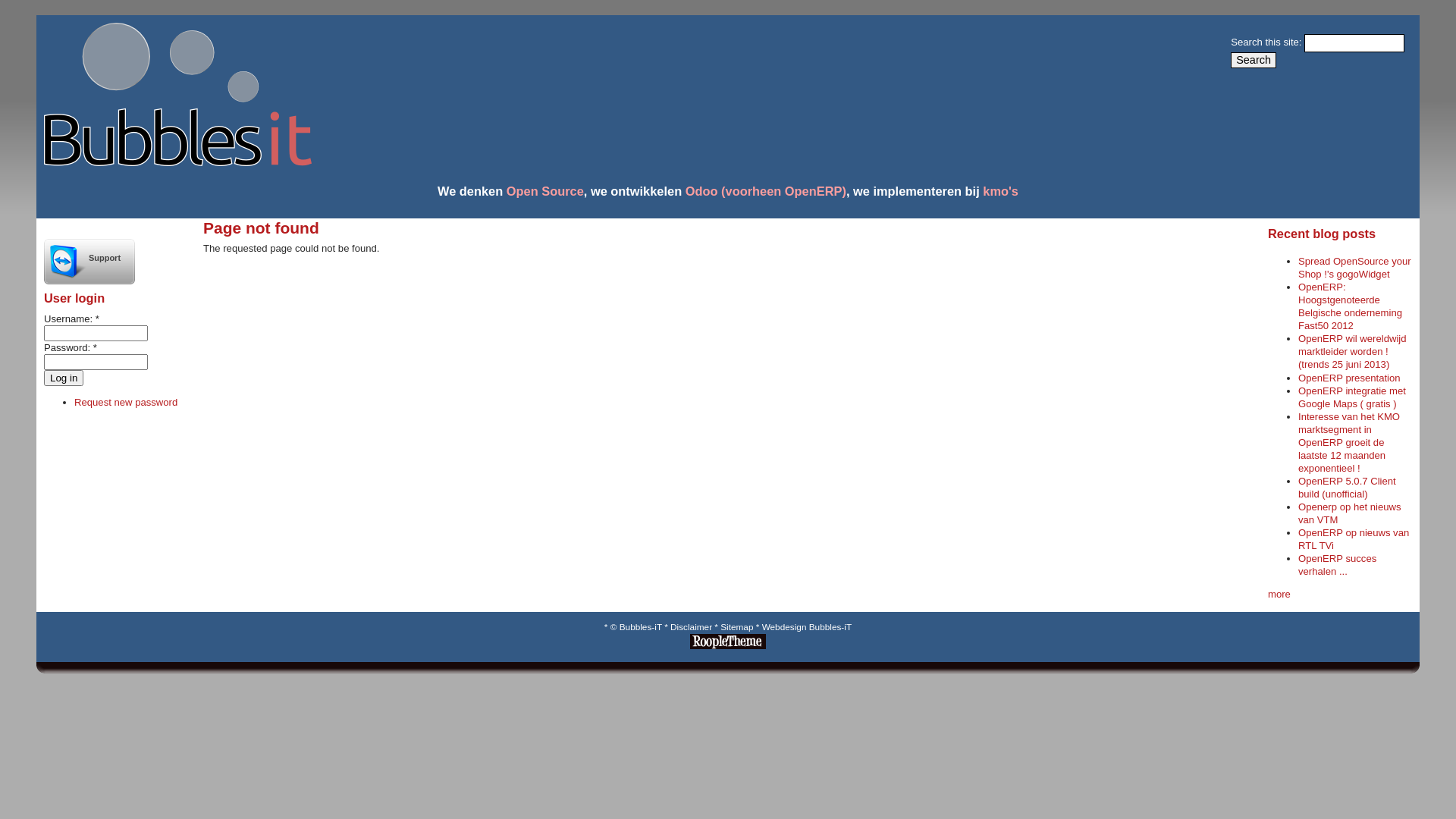 The height and width of the screenshot is (819, 1456). Describe the element at coordinates (1000, 190) in the screenshot. I see `'kmo's'` at that location.